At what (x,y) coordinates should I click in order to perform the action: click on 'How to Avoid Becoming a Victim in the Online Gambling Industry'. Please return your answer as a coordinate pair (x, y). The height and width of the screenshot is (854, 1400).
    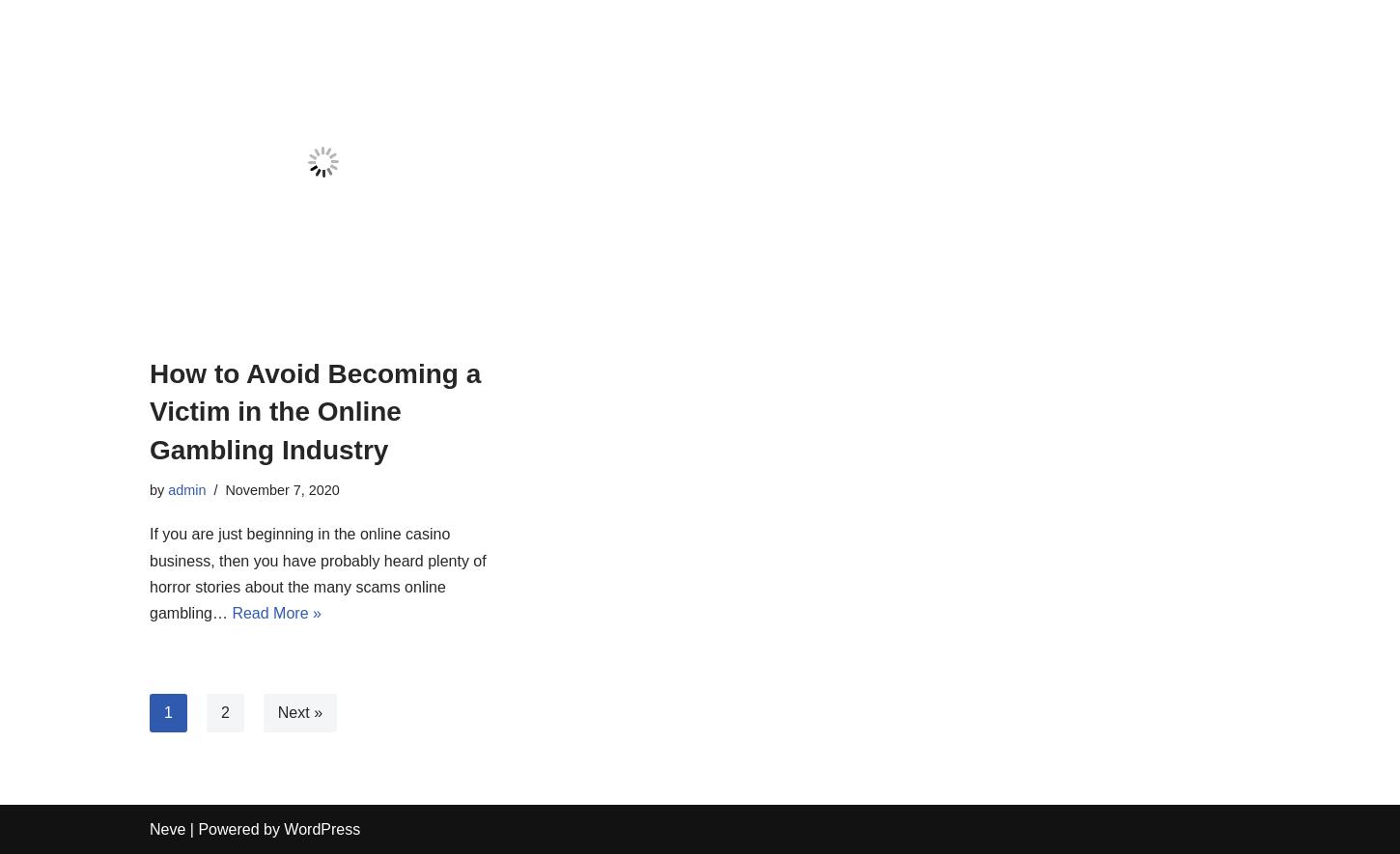
    Looking at the image, I should click on (315, 411).